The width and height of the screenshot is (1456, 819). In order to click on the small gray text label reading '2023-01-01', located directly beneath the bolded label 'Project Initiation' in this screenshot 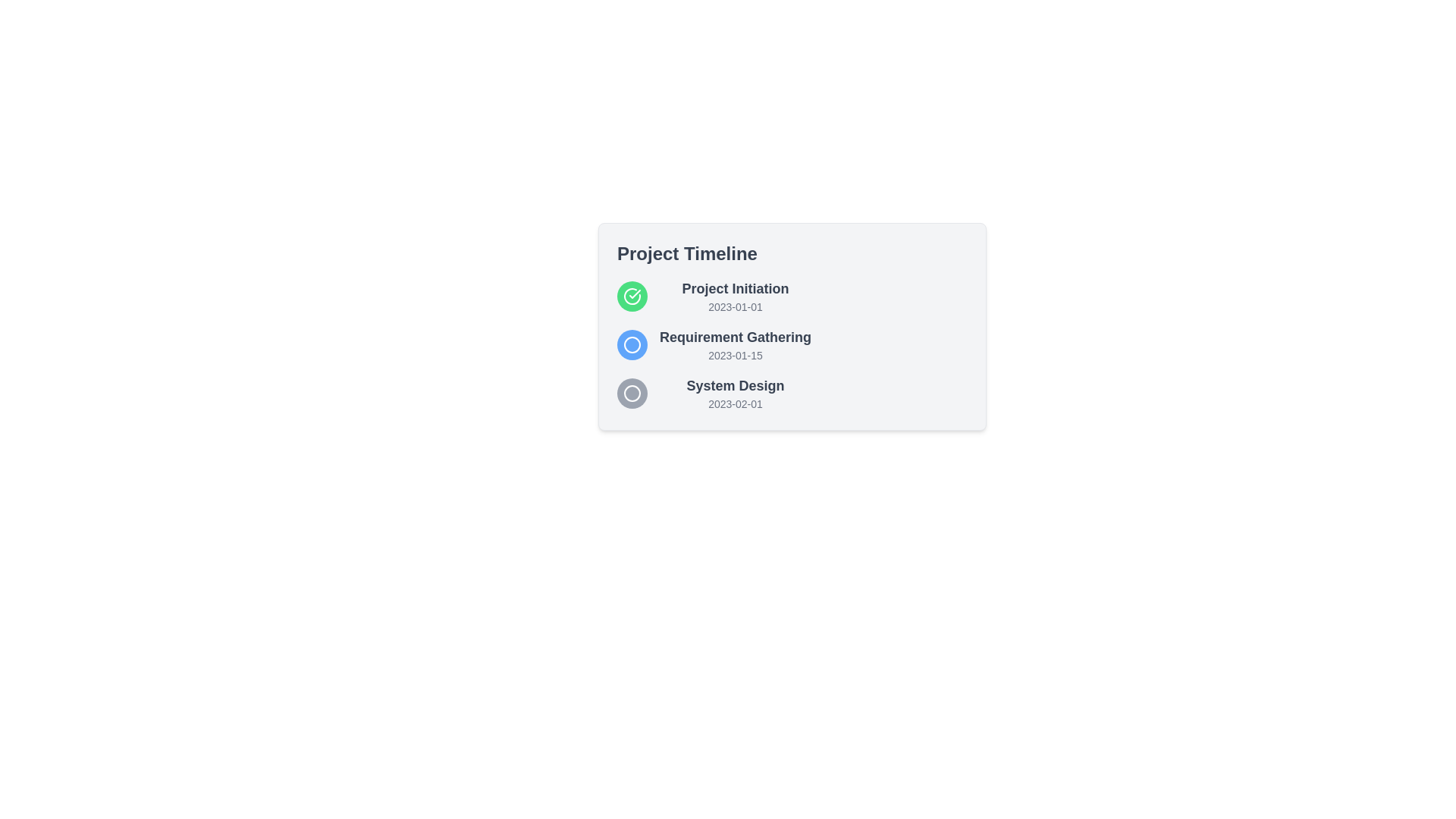, I will do `click(735, 307)`.